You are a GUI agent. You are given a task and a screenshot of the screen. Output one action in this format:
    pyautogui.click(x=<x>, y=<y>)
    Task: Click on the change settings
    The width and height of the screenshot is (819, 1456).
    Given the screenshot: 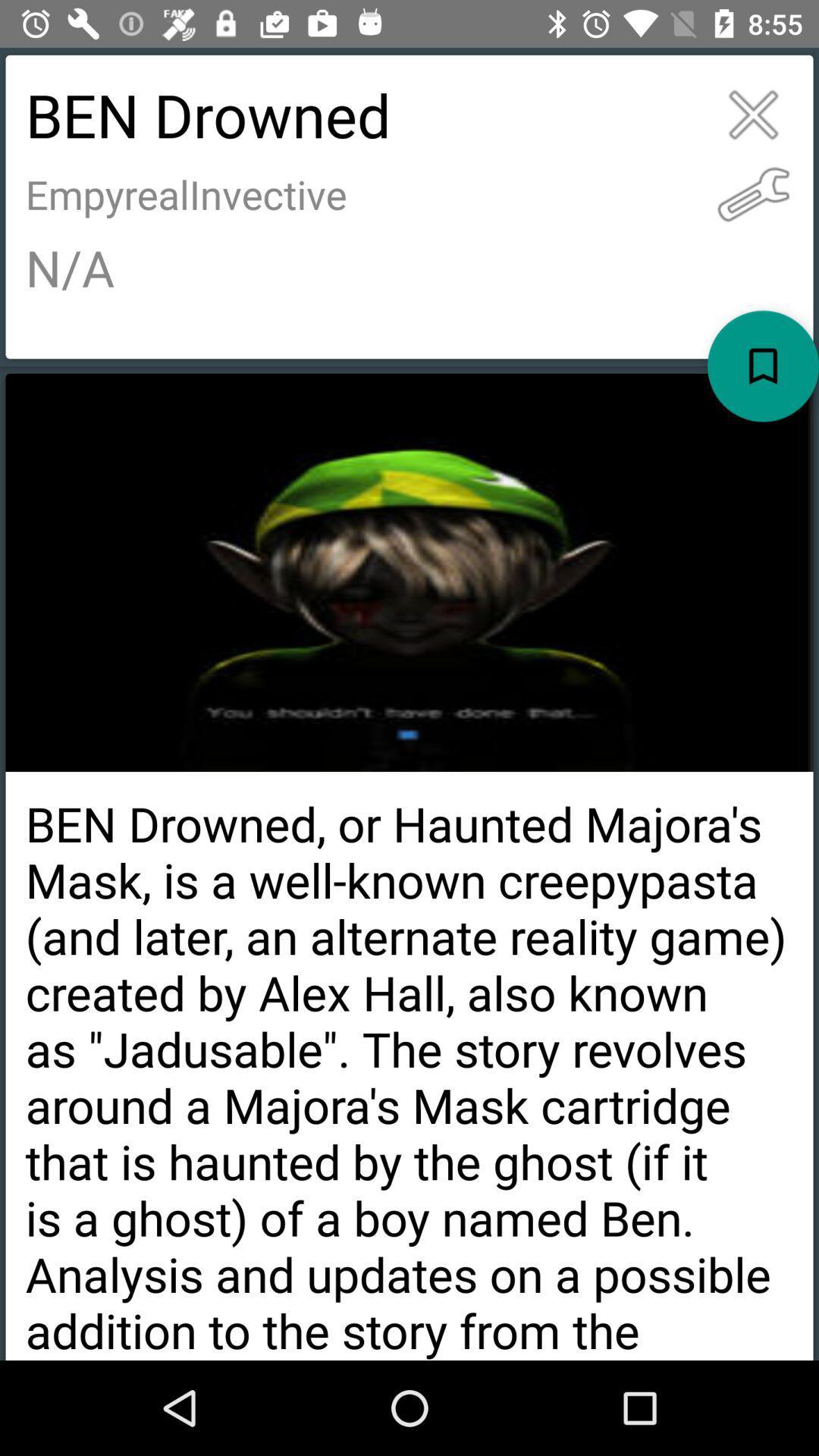 What is the action you would take?
    pyautogui.click(x=753, y=193)
    